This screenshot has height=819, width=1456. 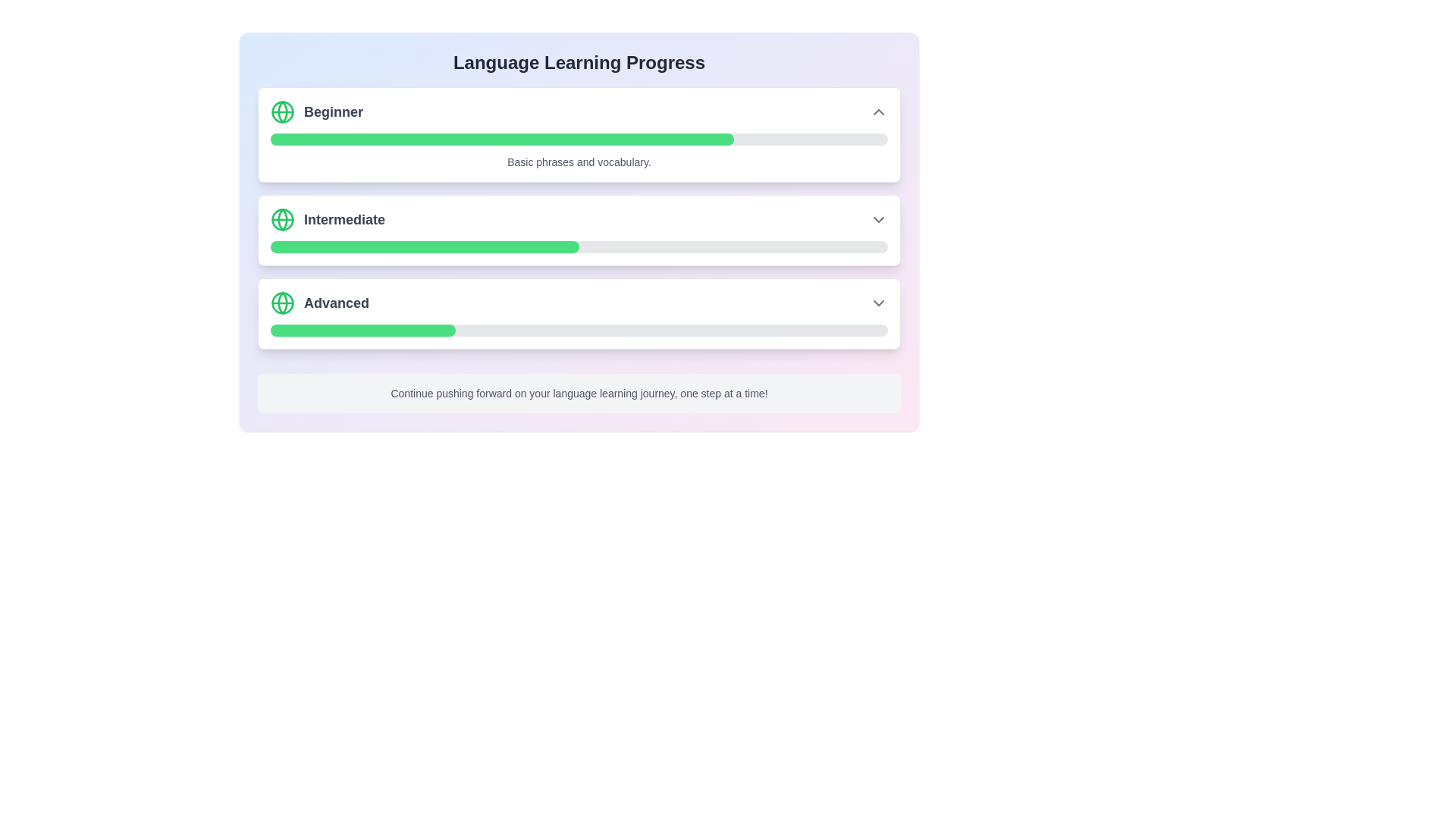 What do you see at coordinates (502, 140) in the screenshot?
I see `the green filled segment of the progress indicator representing 75% completion in the 'Beginner' section of the Language Learning Progress interface` at bounding box center [502, 140].